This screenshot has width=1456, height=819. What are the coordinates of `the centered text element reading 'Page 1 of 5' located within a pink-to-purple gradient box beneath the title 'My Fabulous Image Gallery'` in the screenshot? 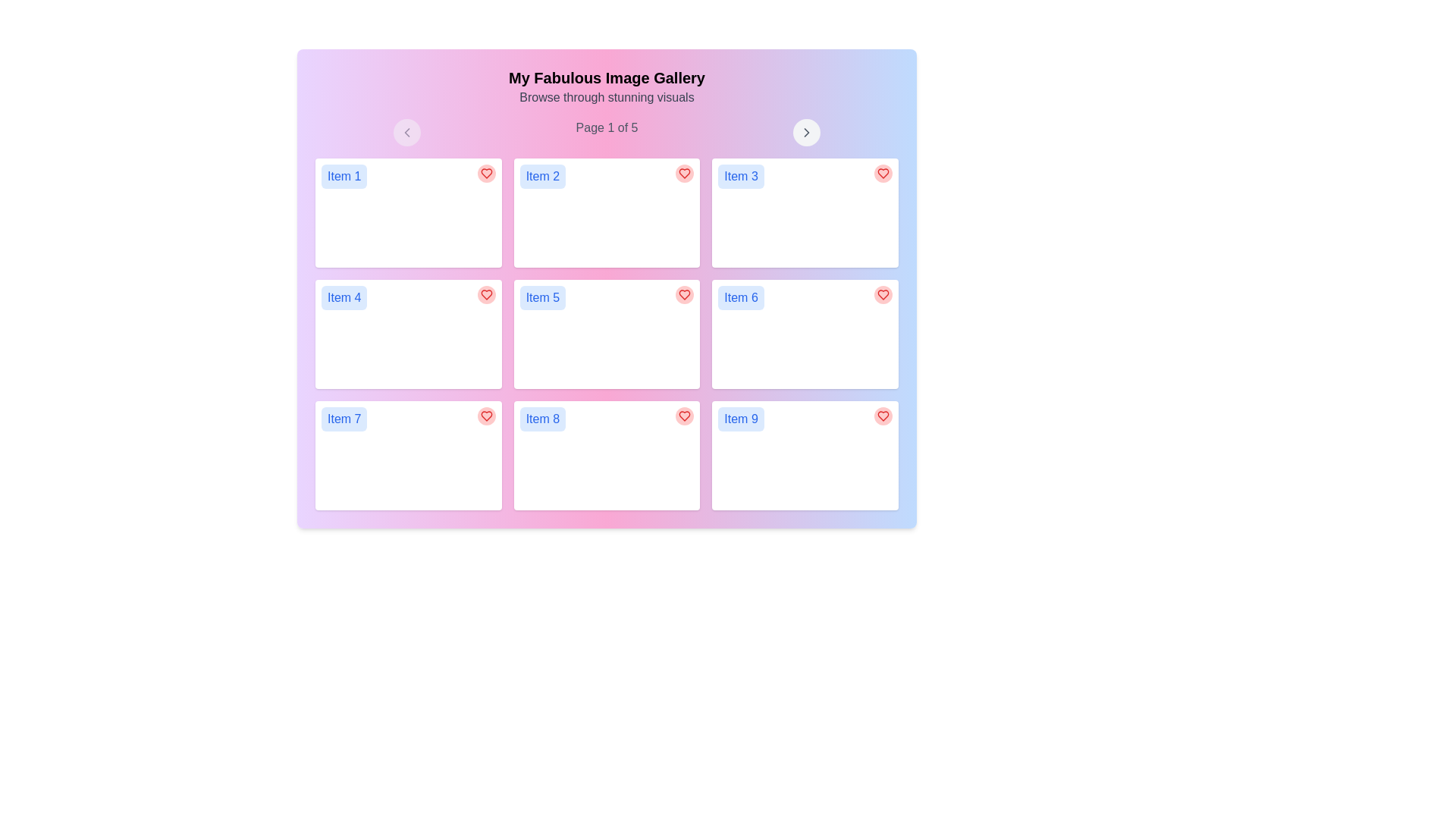 It's located at (607, 131).